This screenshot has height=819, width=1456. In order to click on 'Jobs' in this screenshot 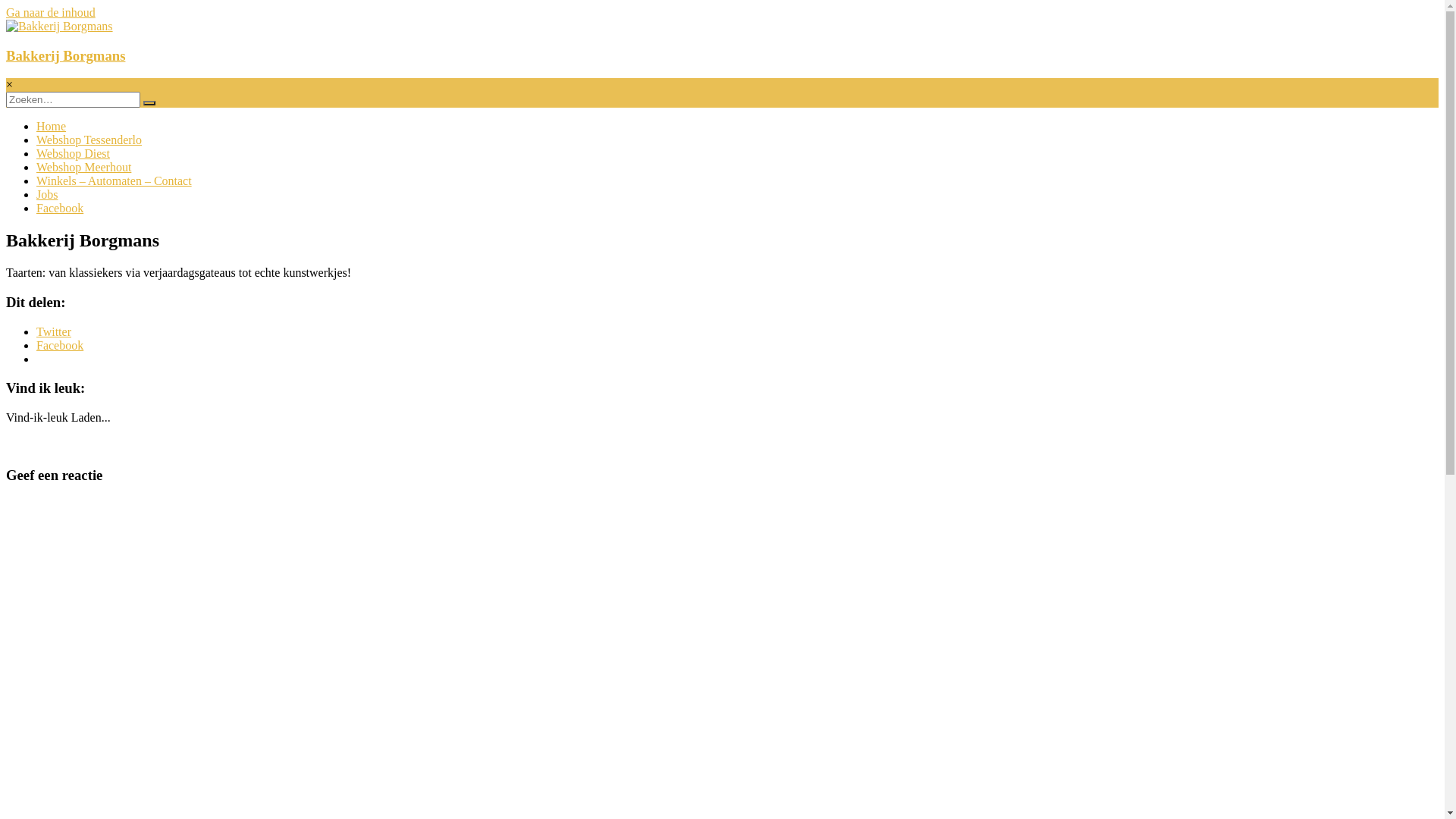, I will do `click(47, 193)`.